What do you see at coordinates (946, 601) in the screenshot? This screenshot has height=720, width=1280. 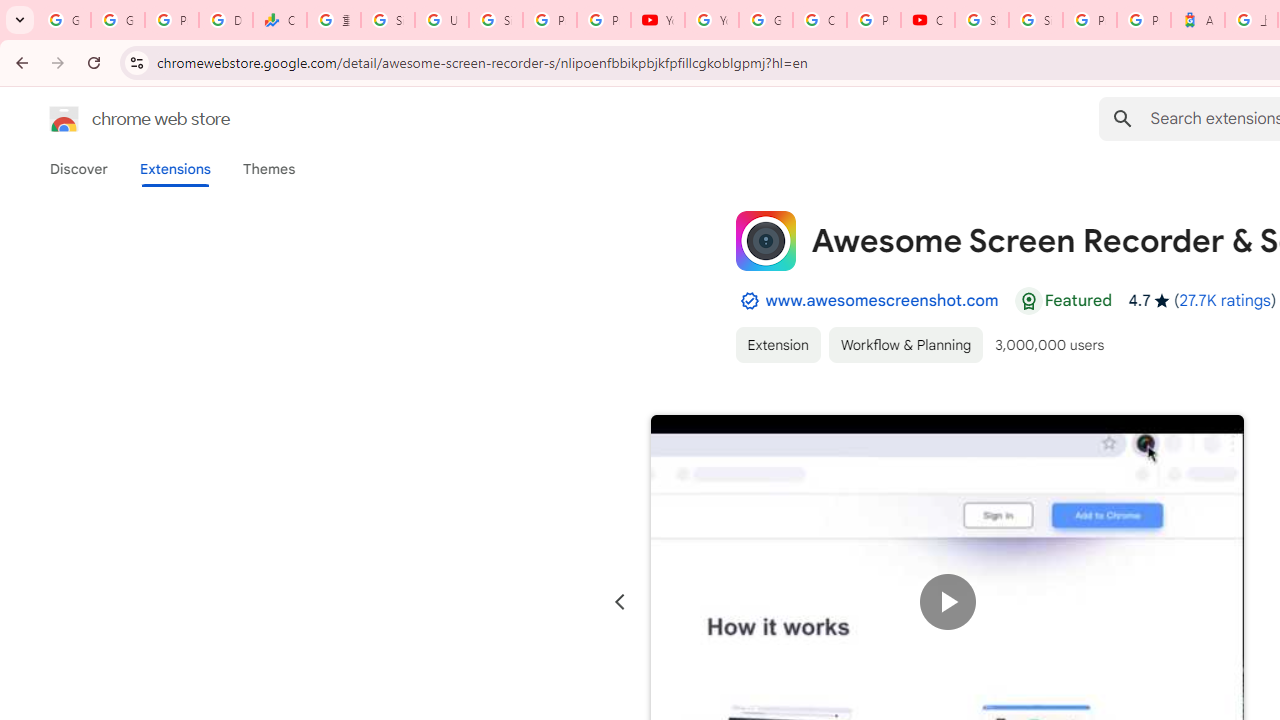 I see `'Item media 1 video'` at bounding box center [946, 601].